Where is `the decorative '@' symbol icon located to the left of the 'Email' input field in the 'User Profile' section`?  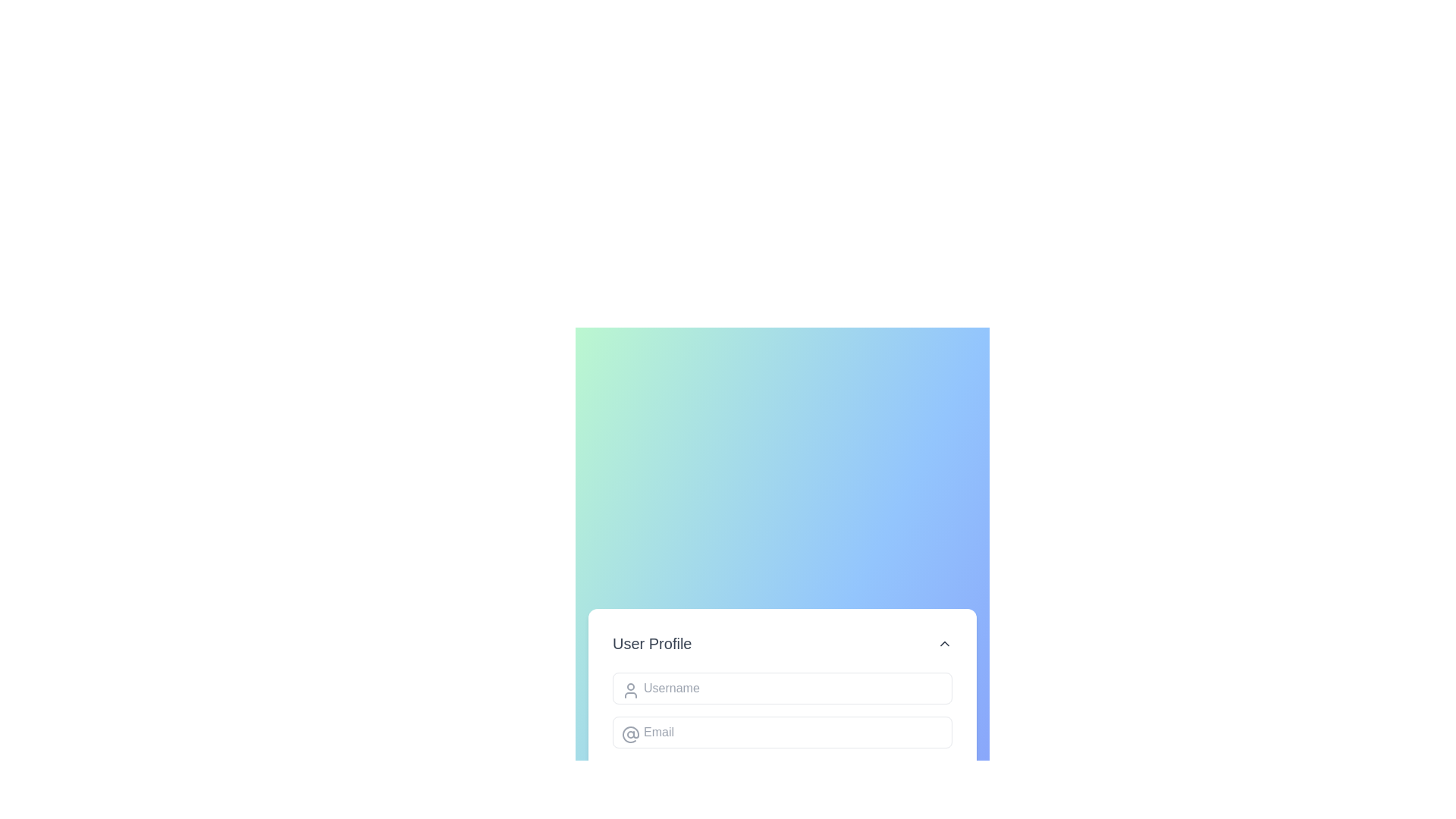
the decorative '@' symbol icon located to the left of the 'Email' input field in the 'User Profile' section is located at coordinates (630, 733).